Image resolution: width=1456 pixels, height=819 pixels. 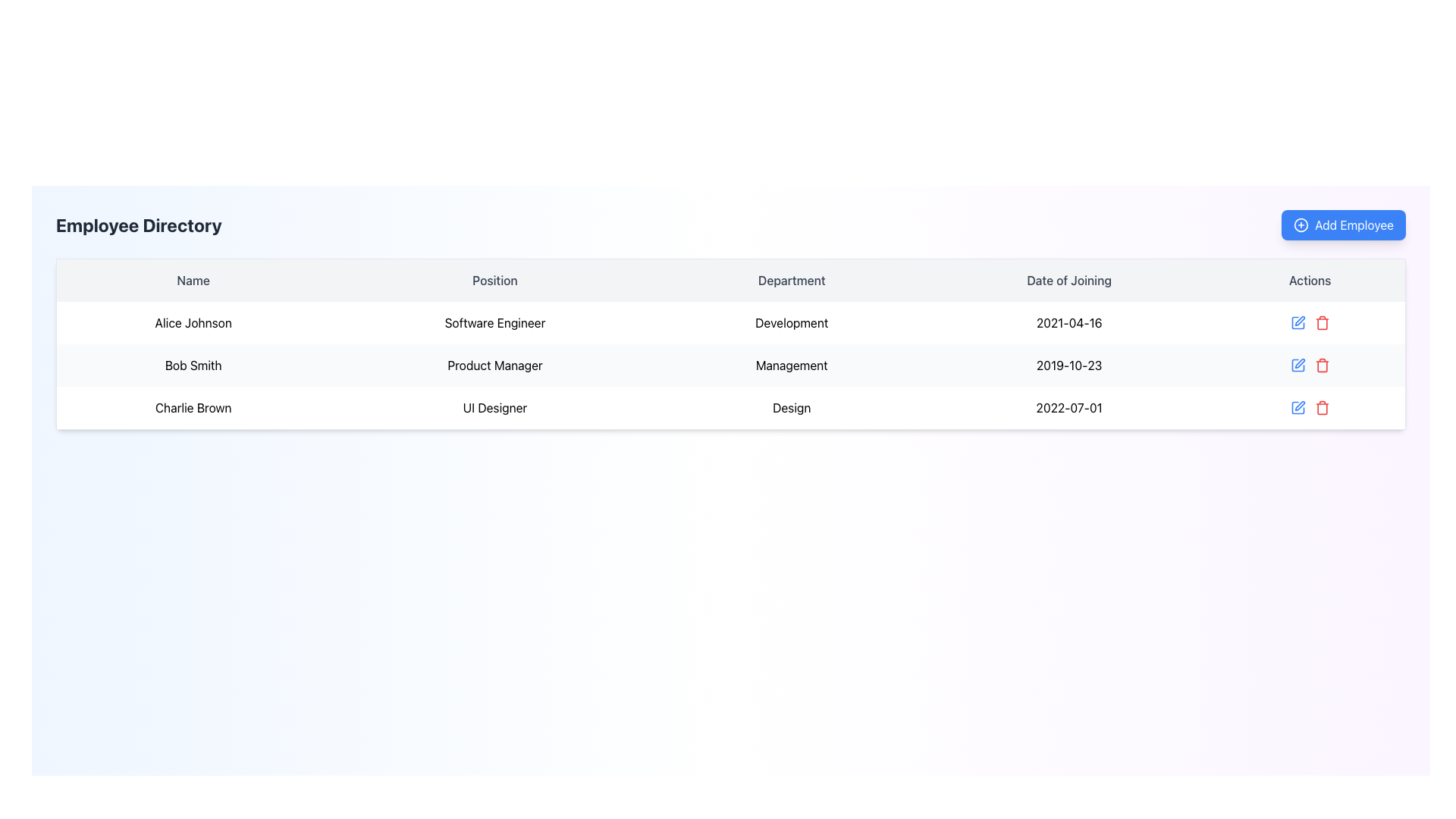 What do you see at coordinates (192, 407) in the screenshot?
I see `the text label displaying 'Charlie Brown' in the first cell of the third row of the table` at bounding box center [192, 407].